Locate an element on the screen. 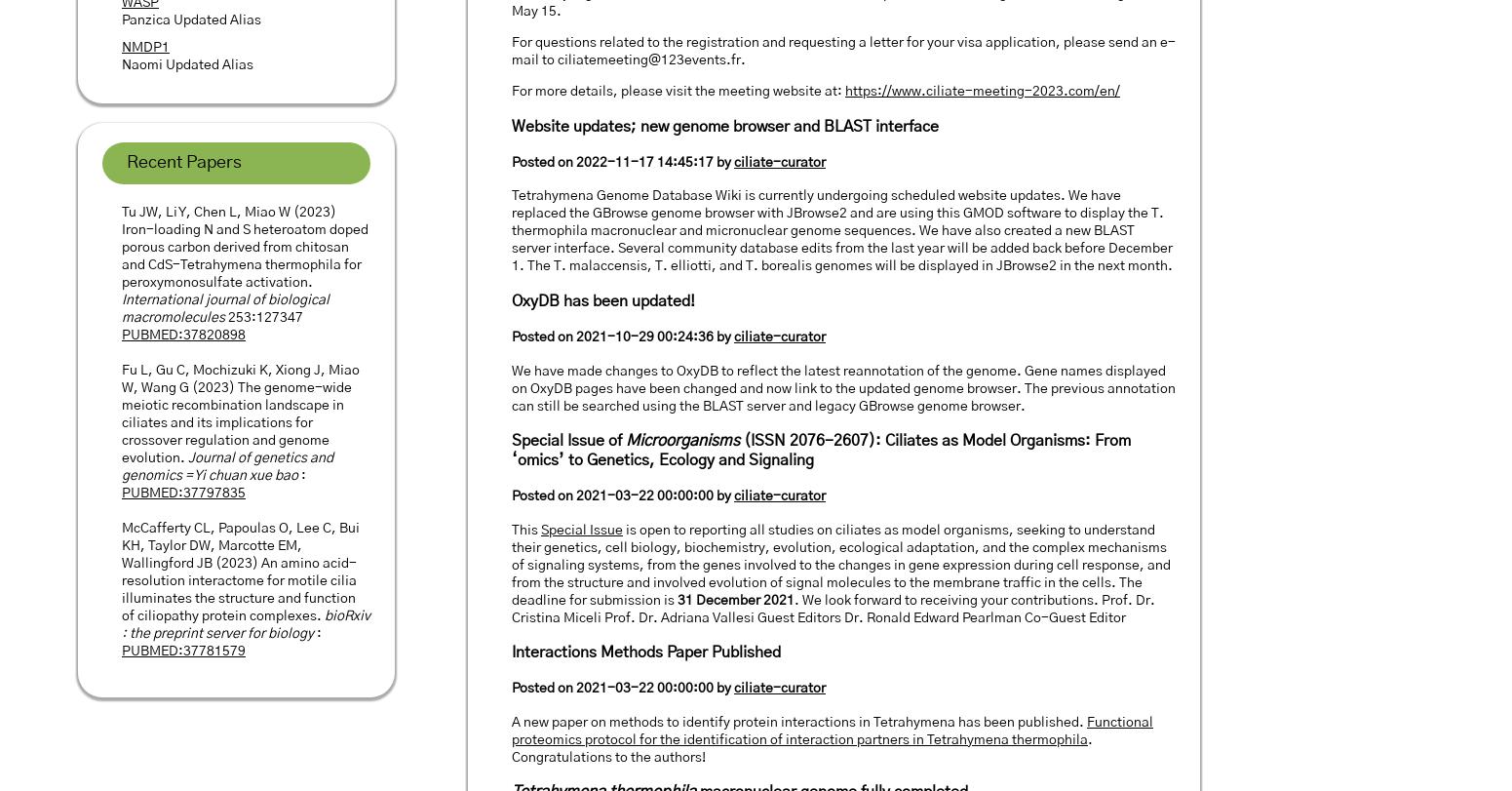 This screenshot has width=1512, height=791. 'Functional proteomics protocol for the identification of interaction partners in Tetrahymena thermophila' is located at coordinates (831, 730).